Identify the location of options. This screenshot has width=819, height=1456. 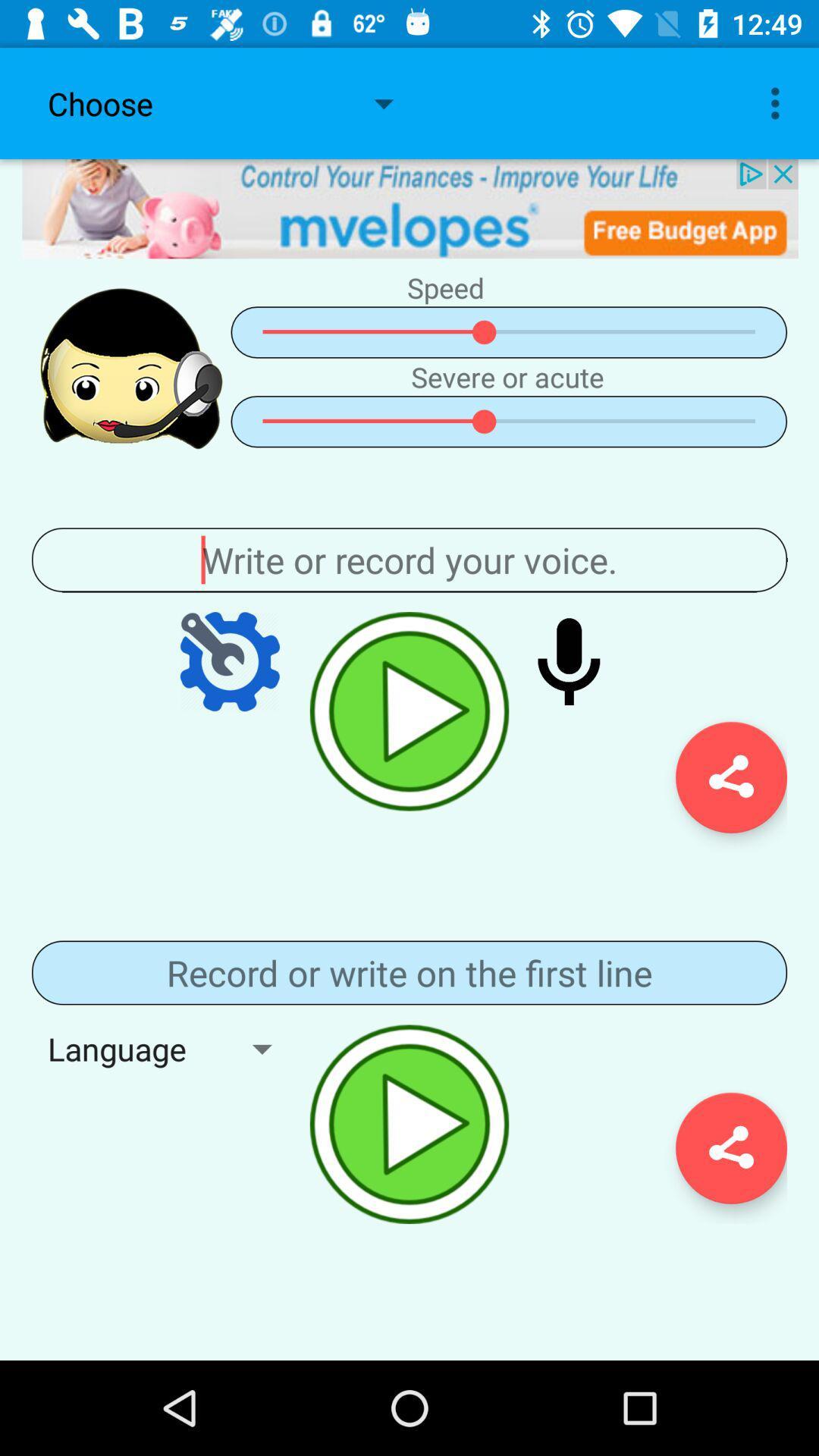
(230, 661).